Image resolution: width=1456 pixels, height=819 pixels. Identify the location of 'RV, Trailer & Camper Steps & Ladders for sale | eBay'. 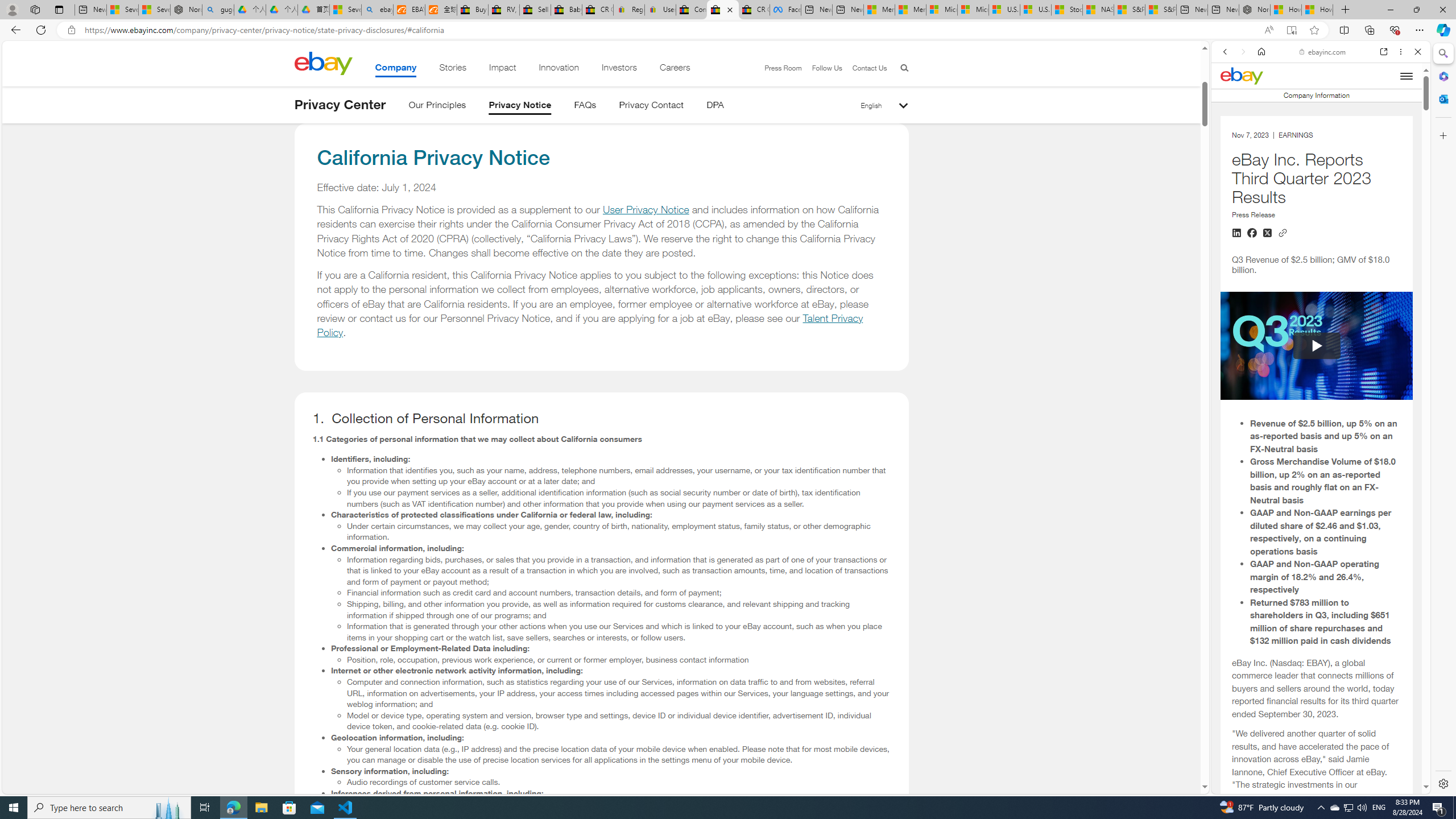
(503, 9).